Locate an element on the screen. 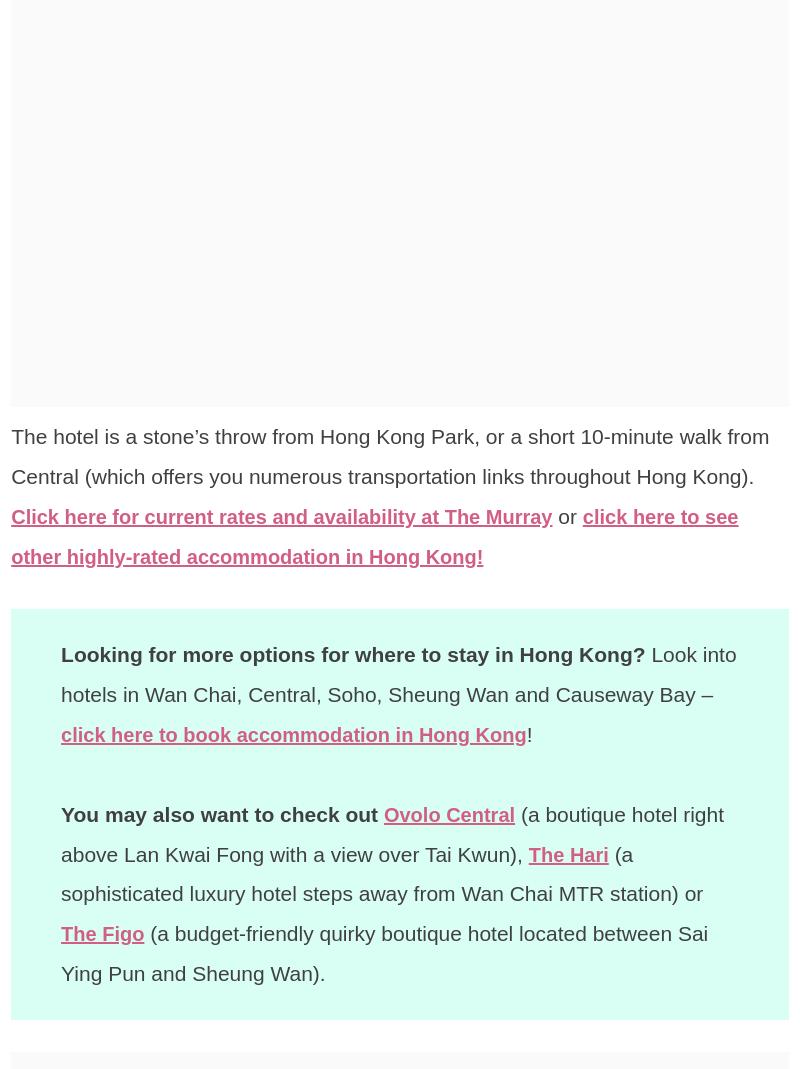 Image resolution: width=800 pixels, height=1069 pixels. 'or' is located at coordinates (593, 515).